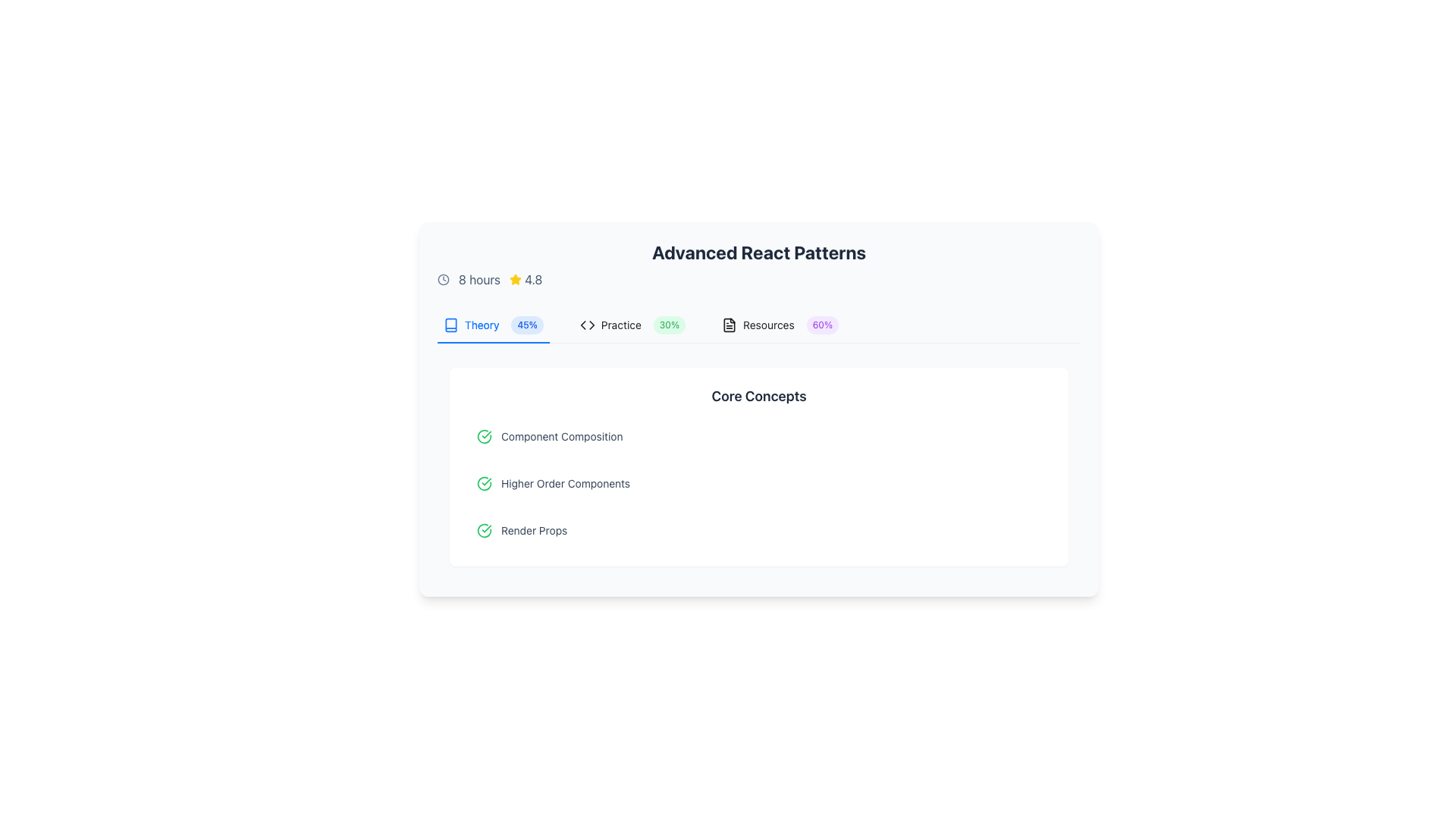  Describe the element at coordinates (516, 280) in the screenshot. I see `the star icon representing a rating score, located to the left of the text '4.8' in the central section of the interface` at that location.